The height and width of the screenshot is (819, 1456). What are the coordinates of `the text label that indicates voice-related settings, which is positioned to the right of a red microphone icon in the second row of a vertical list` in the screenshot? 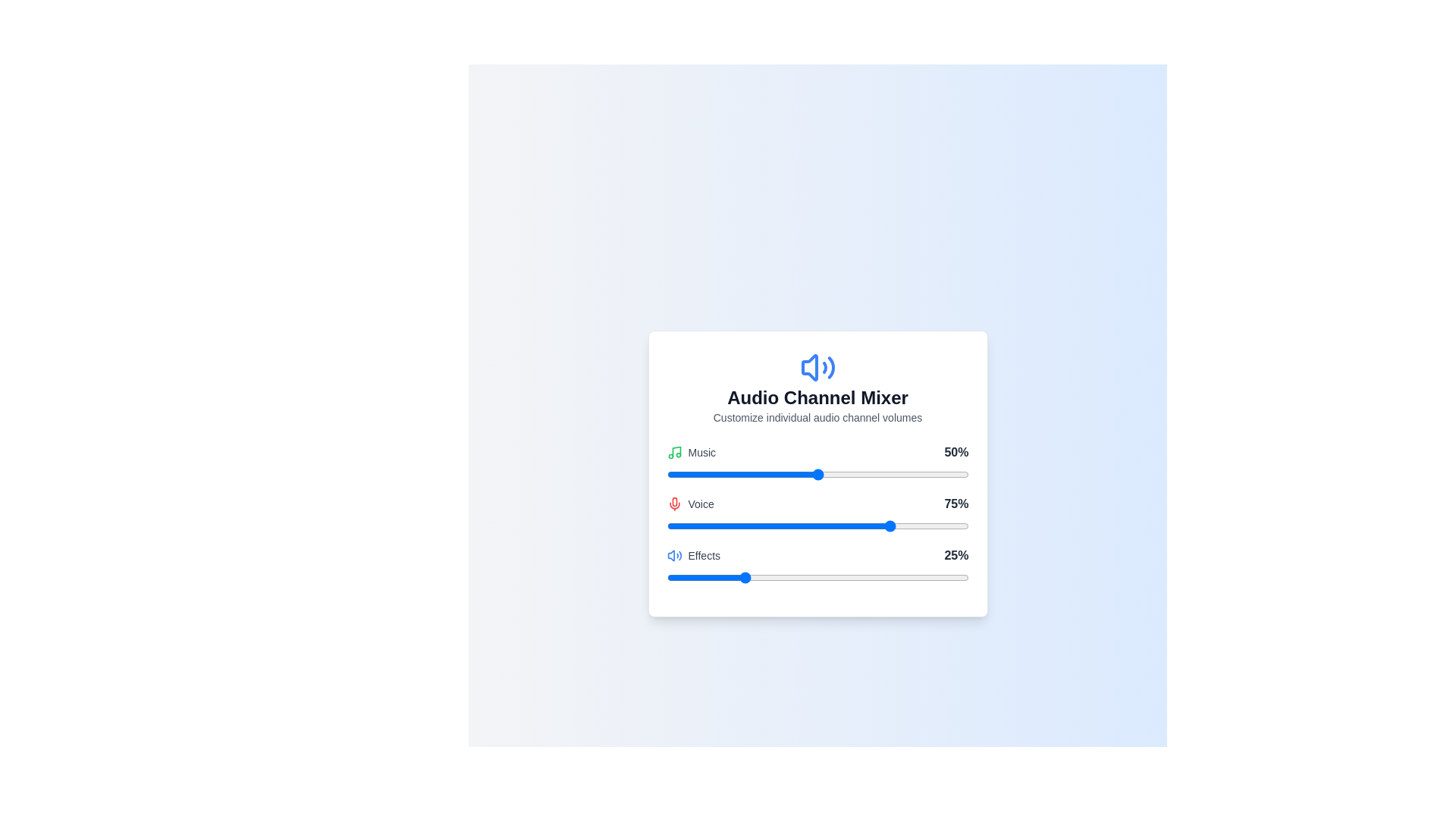 It's located at (700, 504).